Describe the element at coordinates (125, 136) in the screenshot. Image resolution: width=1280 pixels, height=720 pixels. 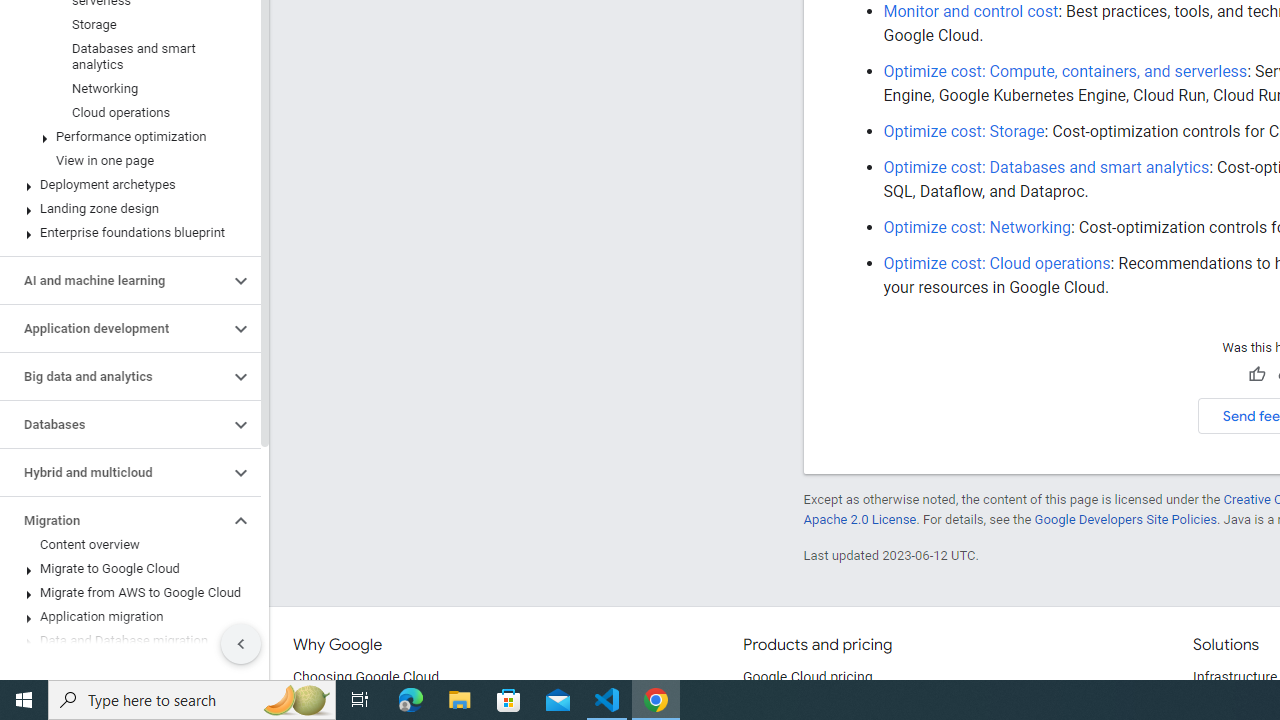
I see `'Performance optimization'` at that location.